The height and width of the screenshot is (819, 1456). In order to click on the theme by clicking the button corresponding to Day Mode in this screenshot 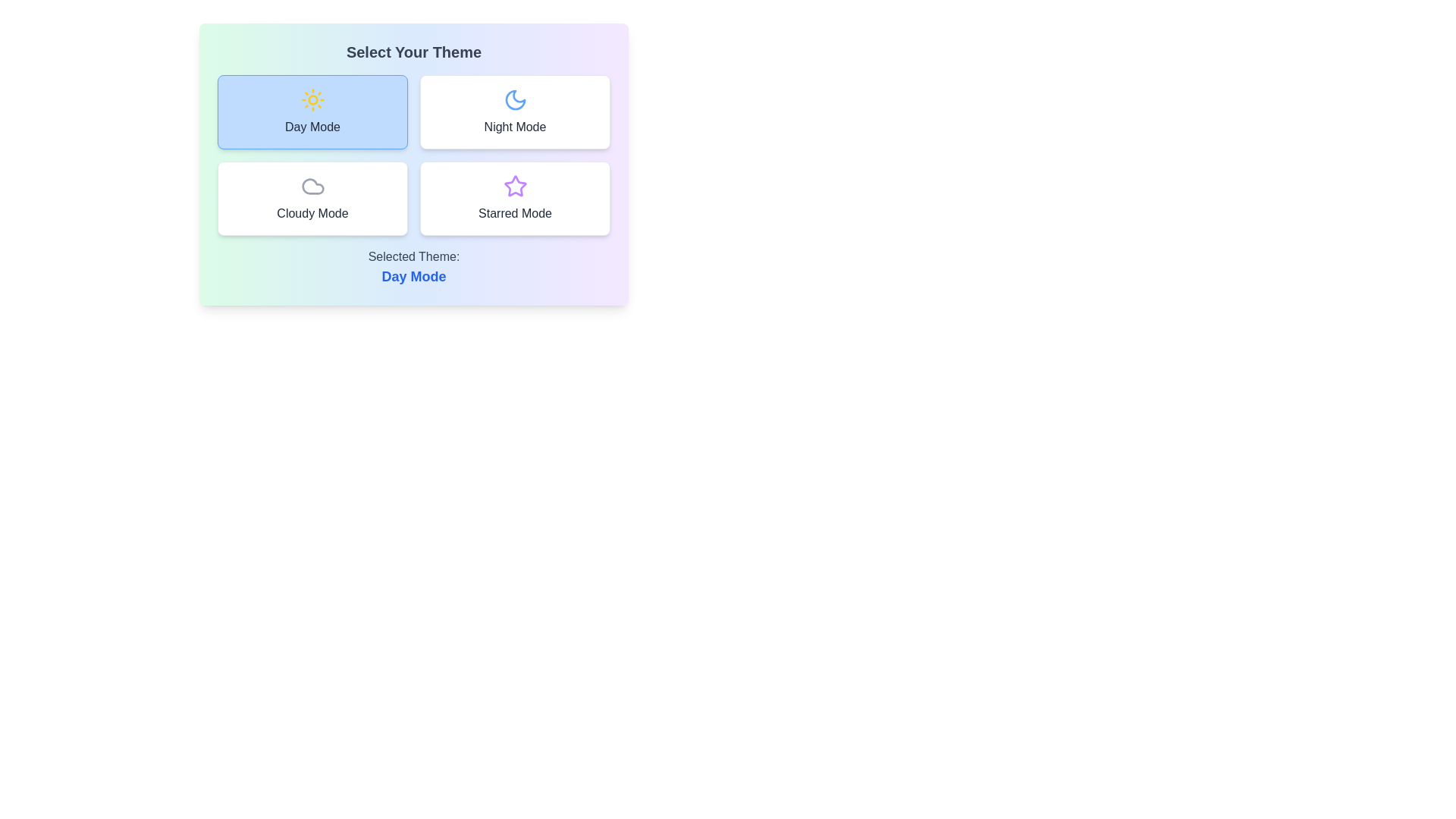, I will do `click(312, 111)`.